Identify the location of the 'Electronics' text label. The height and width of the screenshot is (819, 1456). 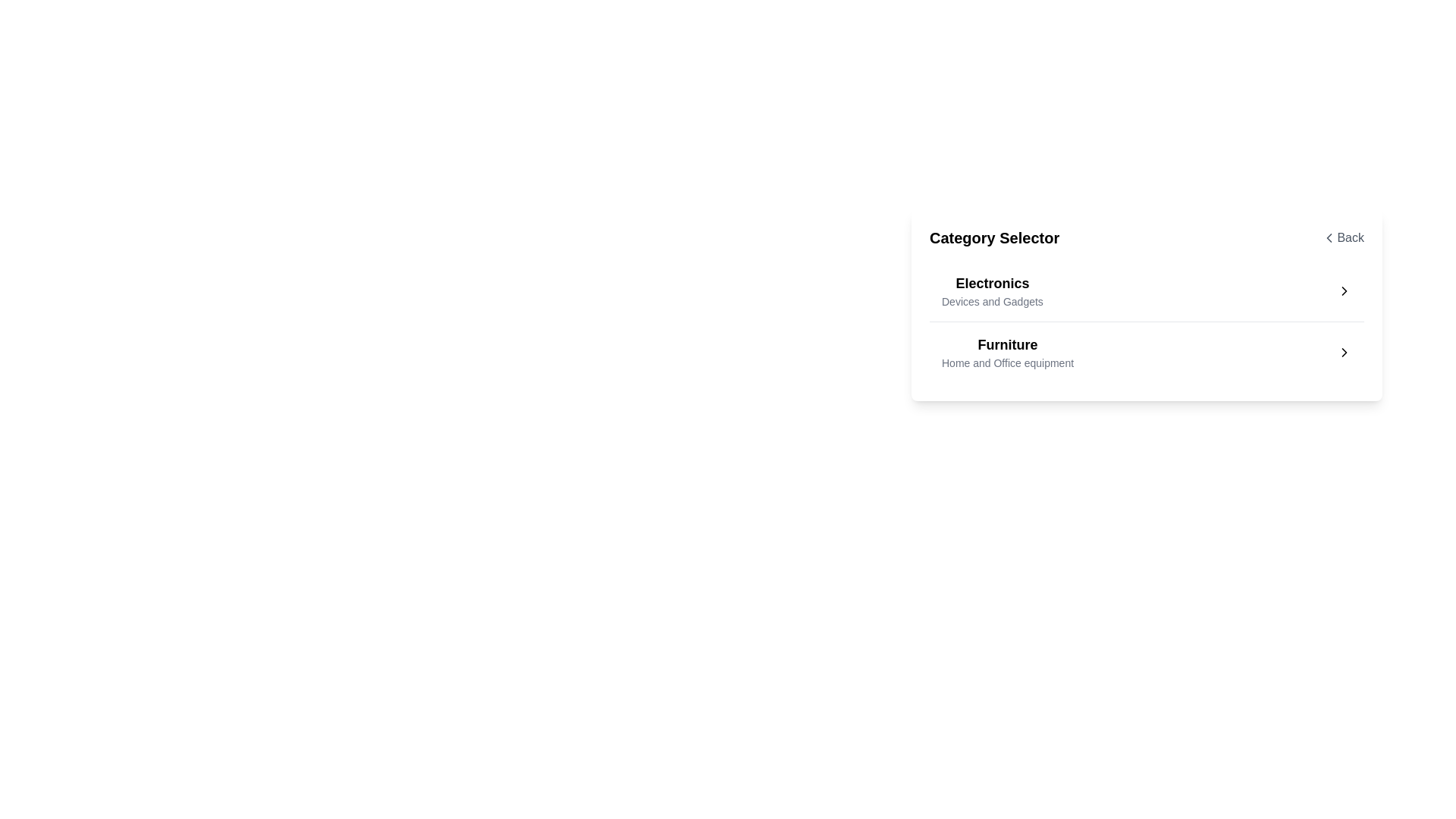
(992, 291).